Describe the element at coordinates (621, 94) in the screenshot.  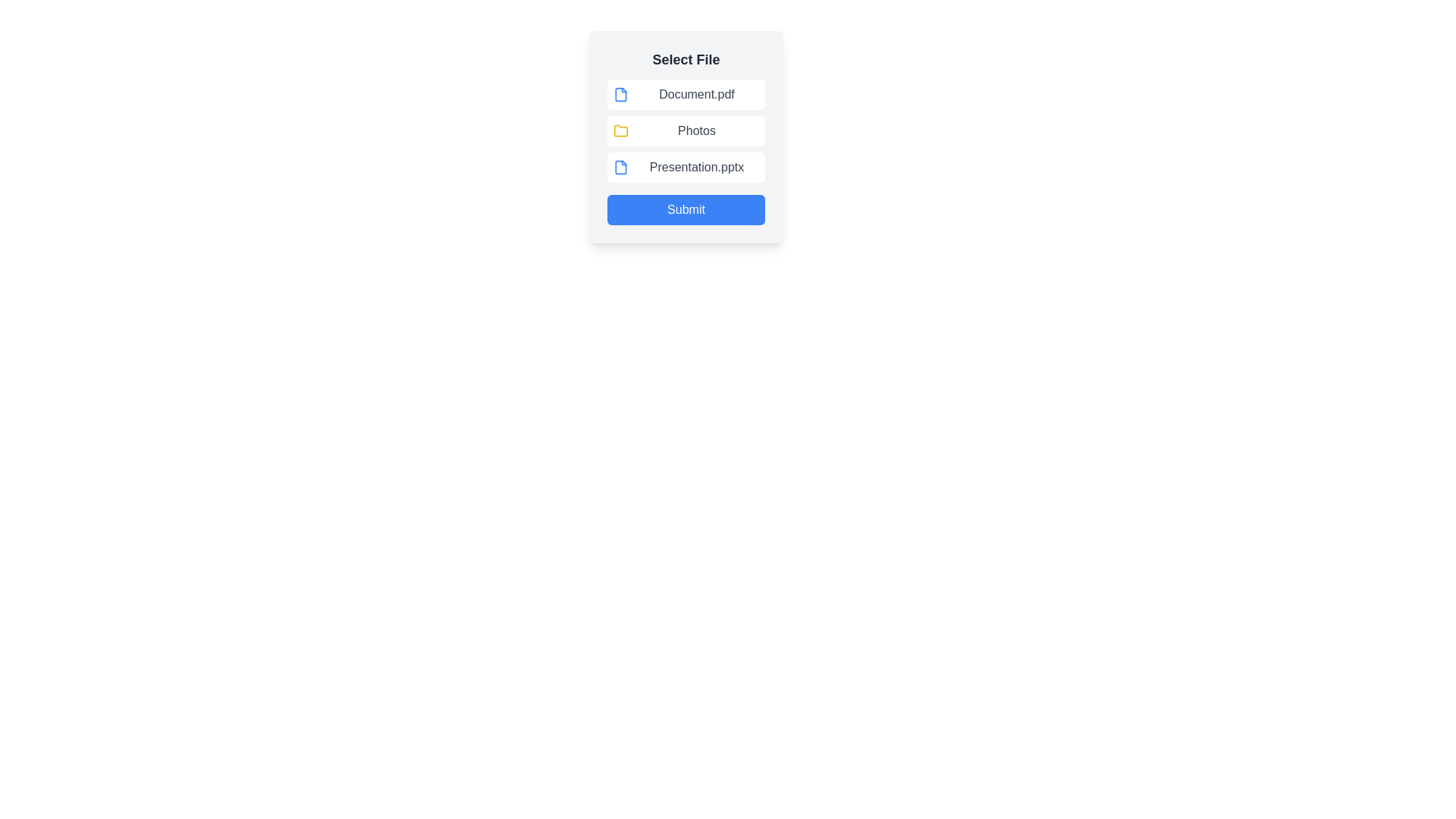
I see `on the document file icon with a blue outline located` at that location.